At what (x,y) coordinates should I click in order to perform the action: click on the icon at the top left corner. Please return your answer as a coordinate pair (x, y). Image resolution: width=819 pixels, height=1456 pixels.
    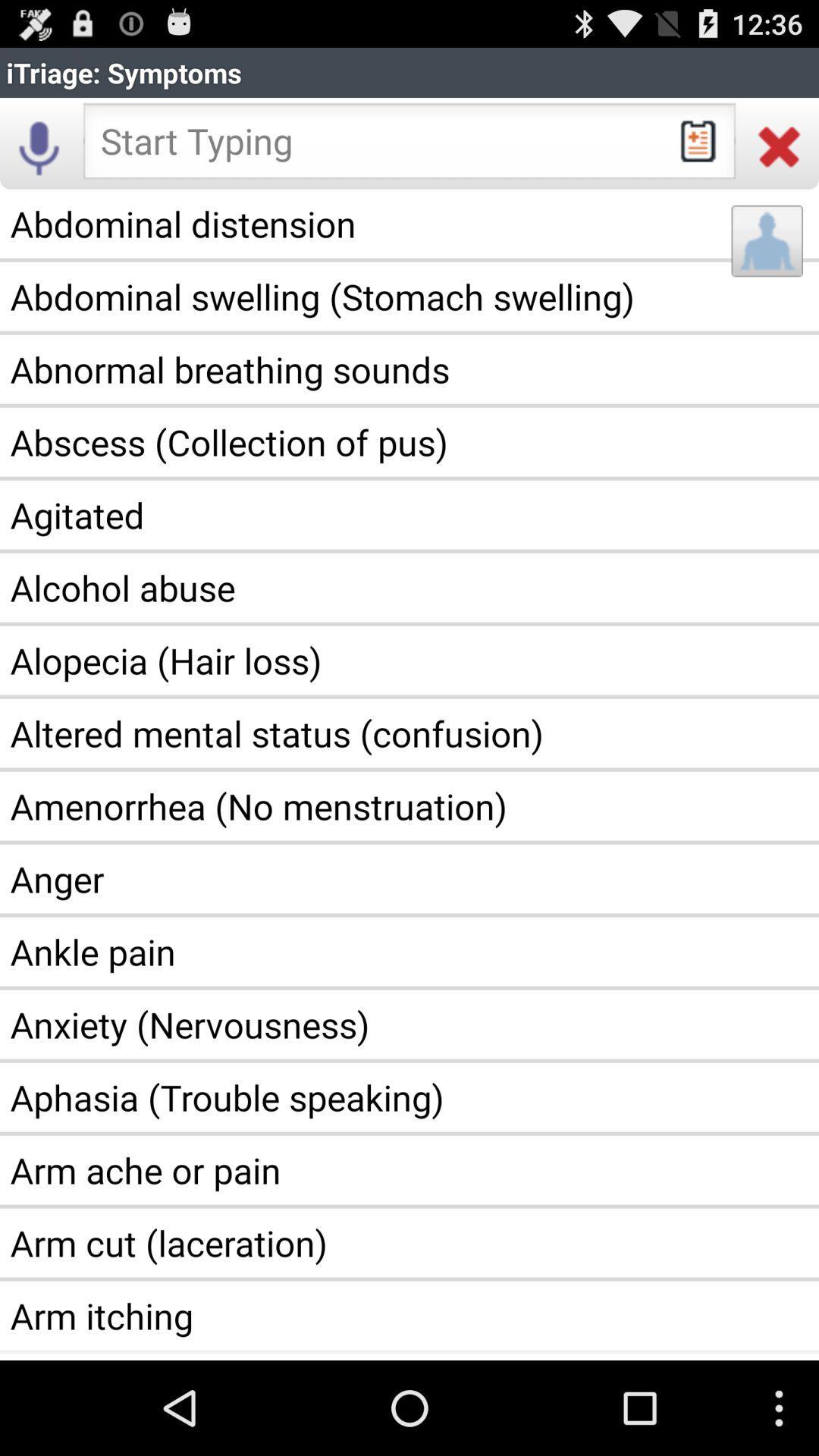
    Looking at the image, I should click on (39, 146).